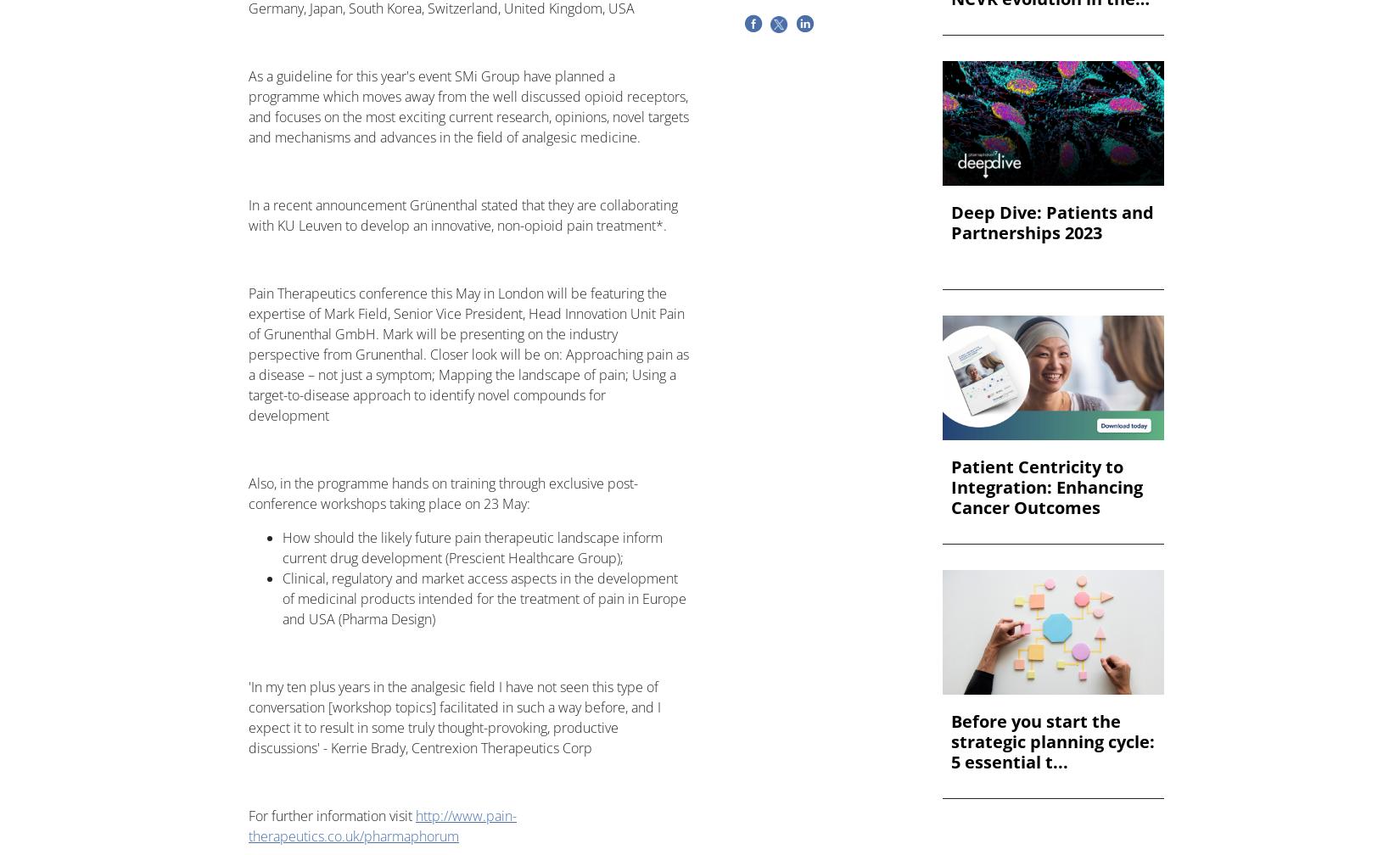  What do you see at coordinates (462, 215) in the screenshot?
I see `'In a recent announcement Grünenthal stated that they are collaborating with KU Leuven to develop an innovative, non-opioid pain treatment*.'` at bounding box center [462, 215].